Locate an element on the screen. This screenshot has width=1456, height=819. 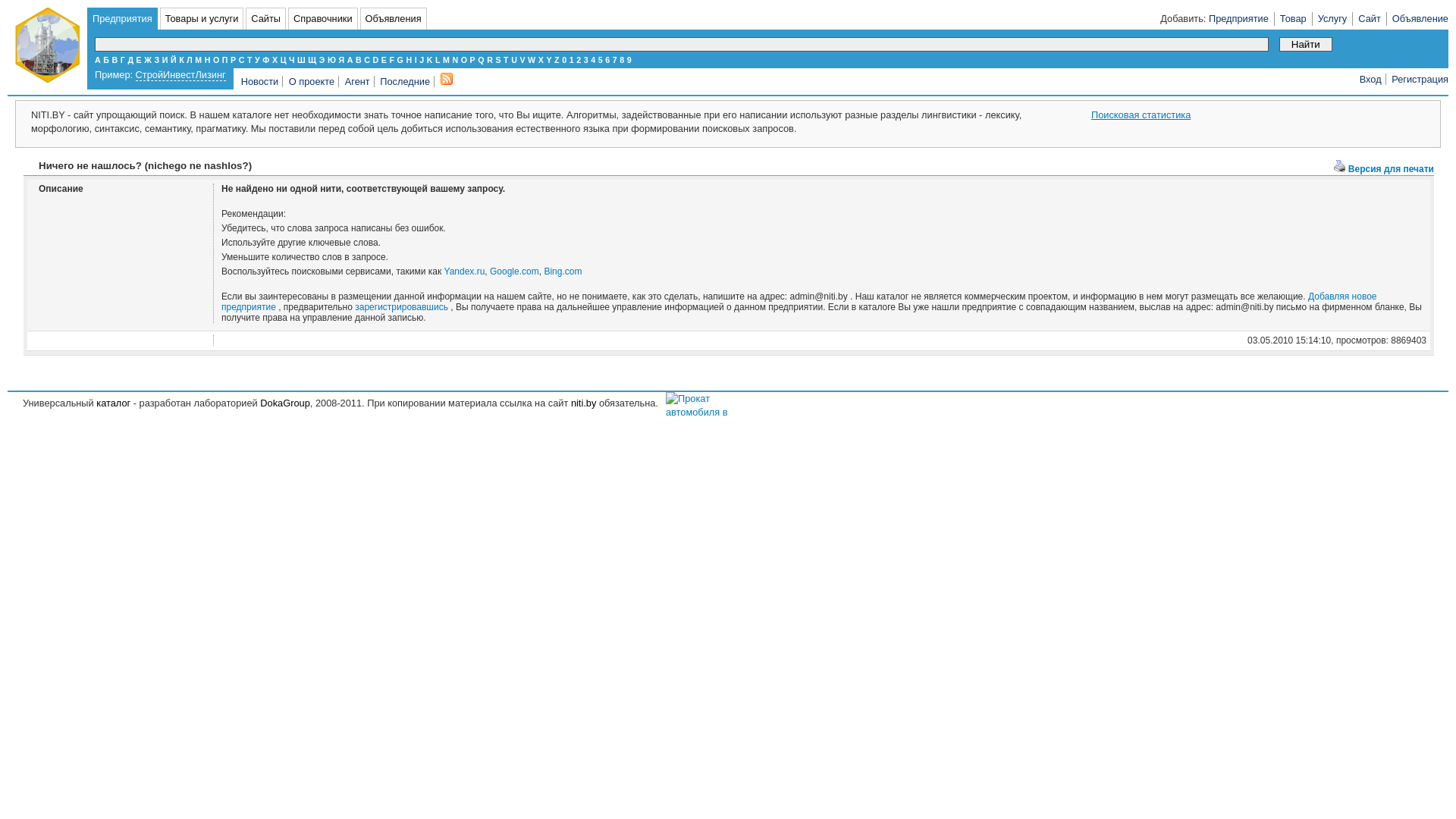
'U' is located at coordinates (513, 58).